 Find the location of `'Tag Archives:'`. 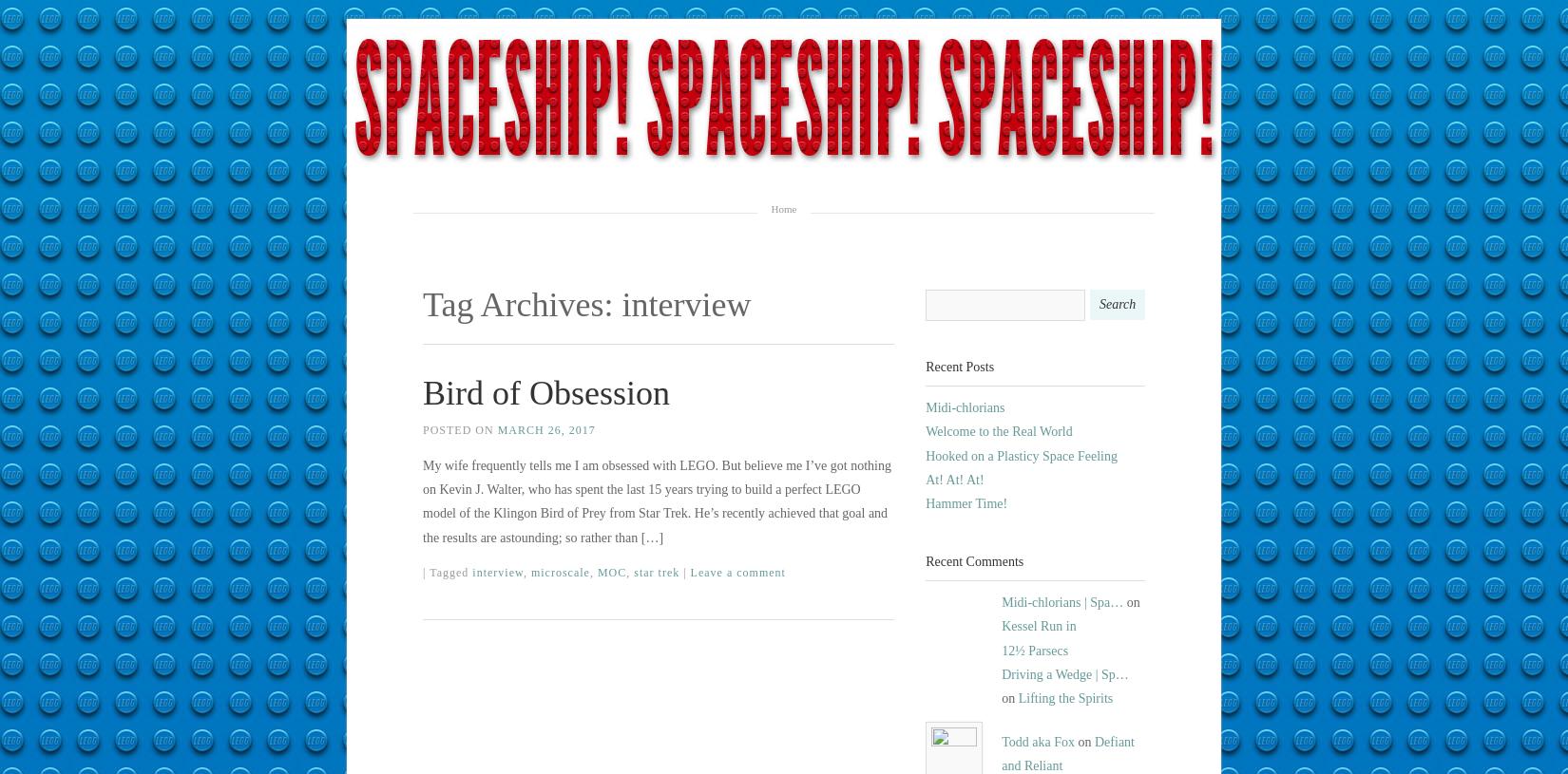

'Tag Archives:' is located at coordinates (422, 304).